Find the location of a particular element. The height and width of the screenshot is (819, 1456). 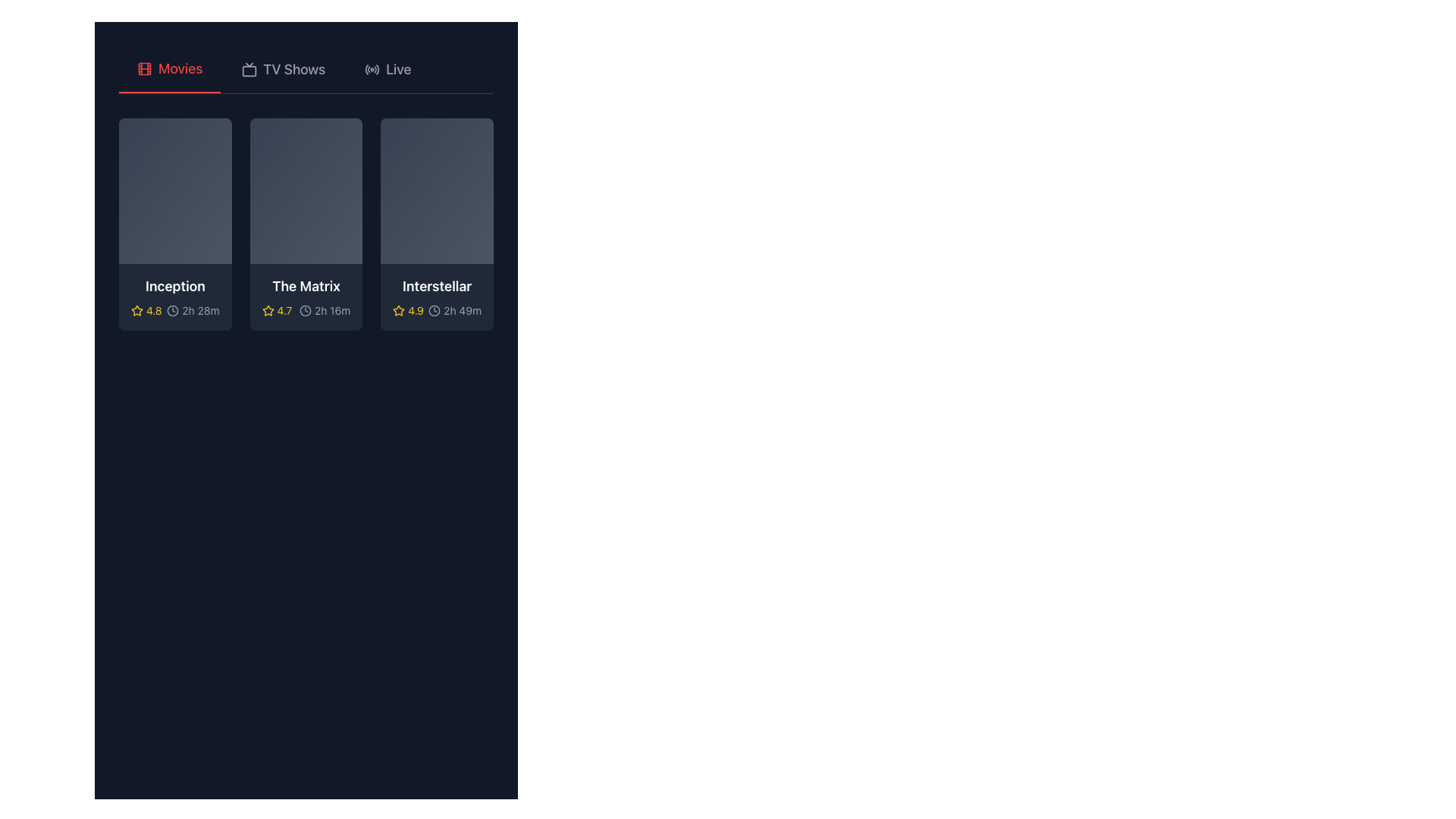

the text label indicating the duration of the movie 'Inception', which is positioned below the title and to the right of a star-shaped rating icon is located at coordinates (199, 309).